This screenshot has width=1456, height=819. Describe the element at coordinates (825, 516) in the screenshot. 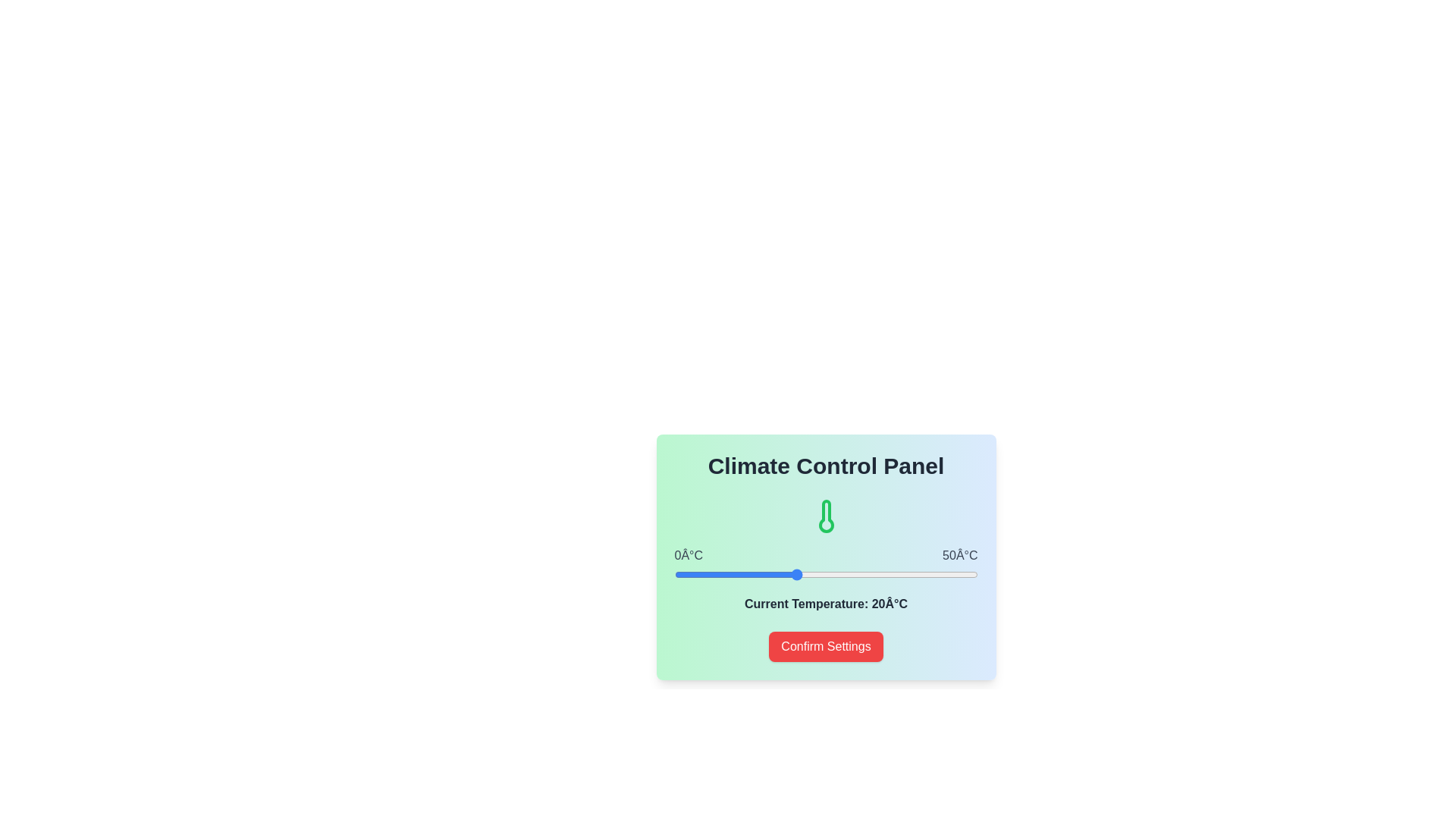

I see `the temperature icon to examine its state` at that location.